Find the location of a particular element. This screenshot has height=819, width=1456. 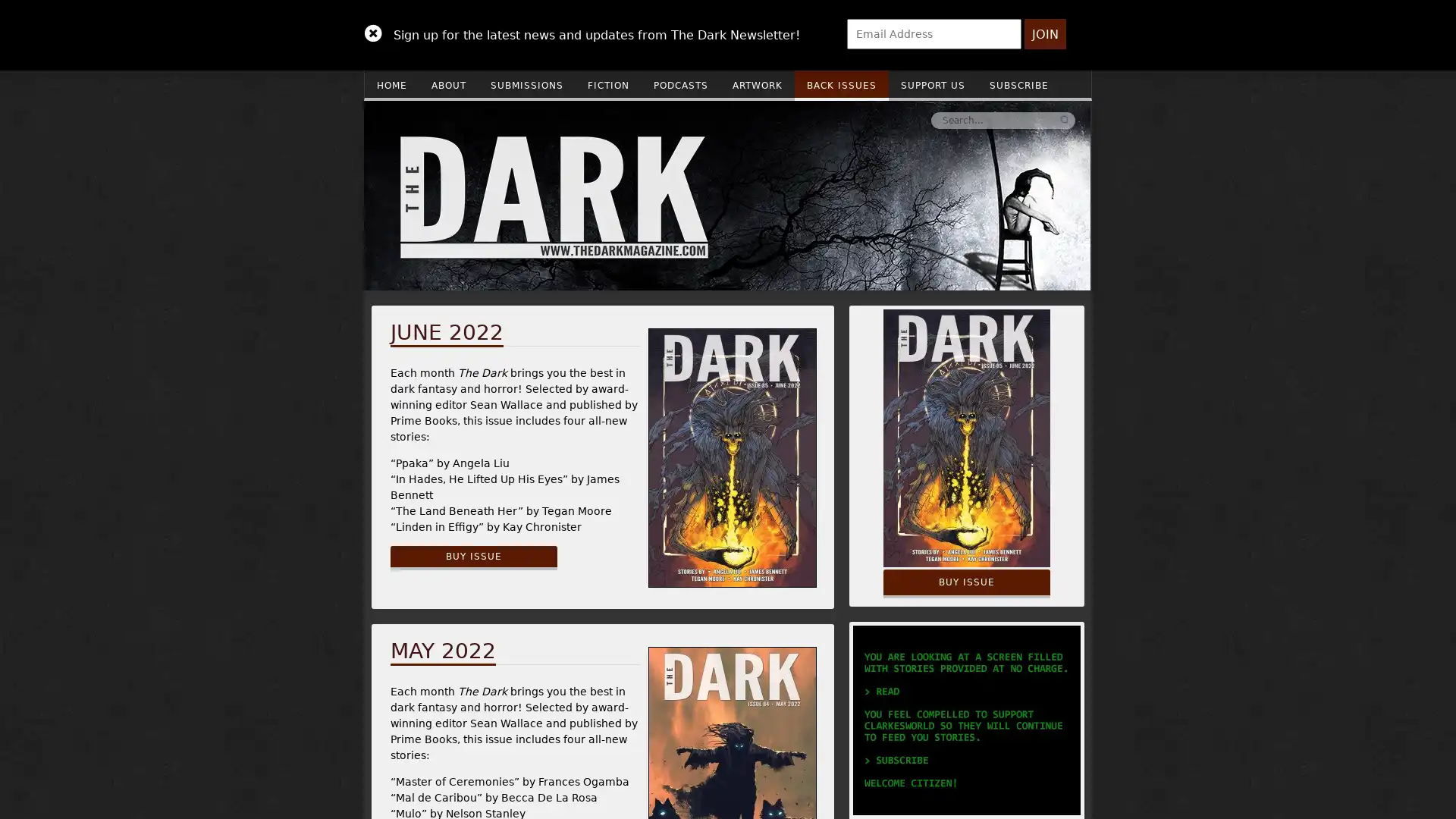

Search is located at coordinates (836, 119).